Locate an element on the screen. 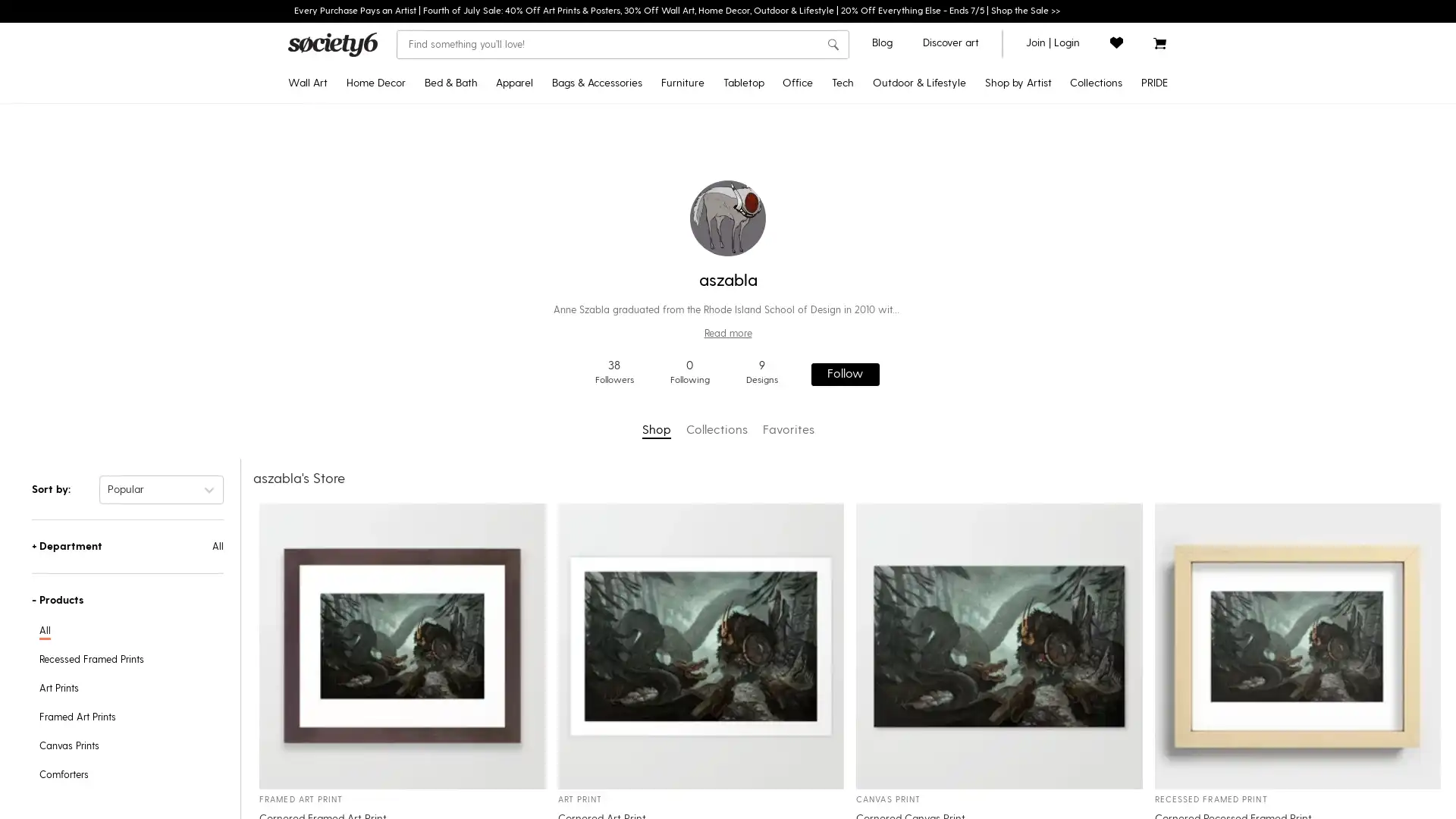 The height and width of the screenshot is (819, 1456). Hand & Bath Towels is located at coordinates (483, 243).